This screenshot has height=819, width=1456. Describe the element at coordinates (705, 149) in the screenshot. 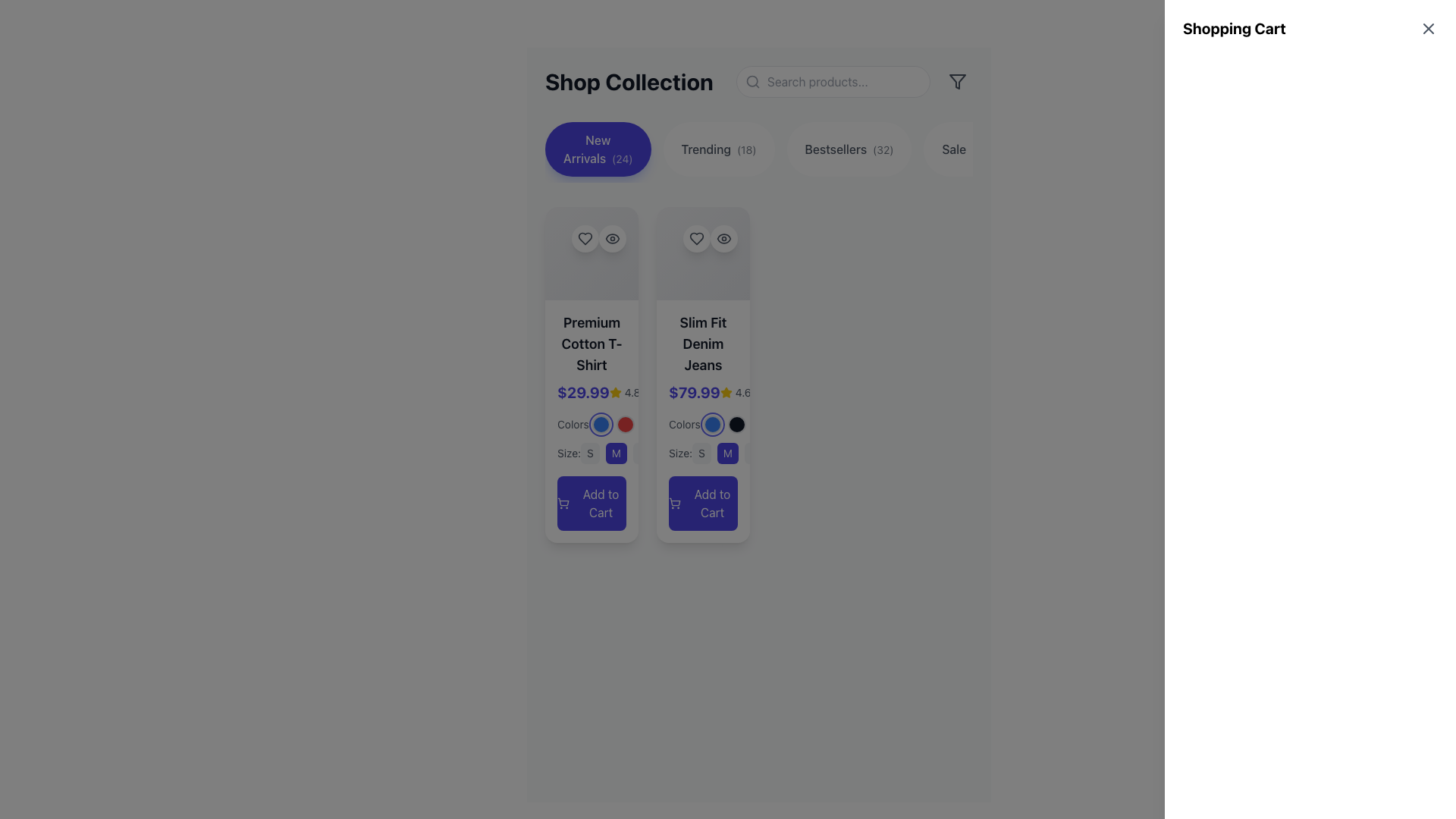

I see `label text for the 'Trending' navigation button located centrally within the second navigation button, positioned to the right of 'New Arrivals'` at that location.